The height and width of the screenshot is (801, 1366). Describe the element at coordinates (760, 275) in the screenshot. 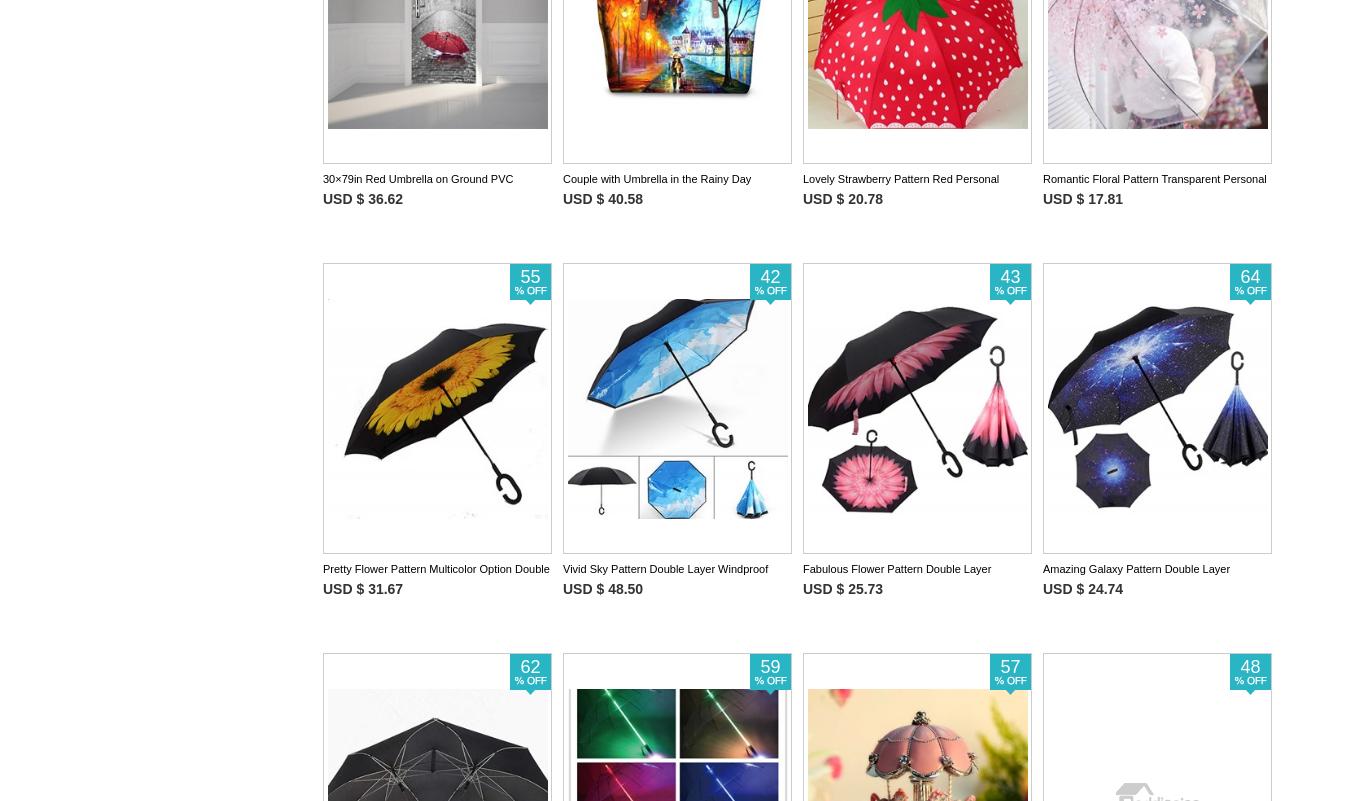

I see `'42'` at that location.